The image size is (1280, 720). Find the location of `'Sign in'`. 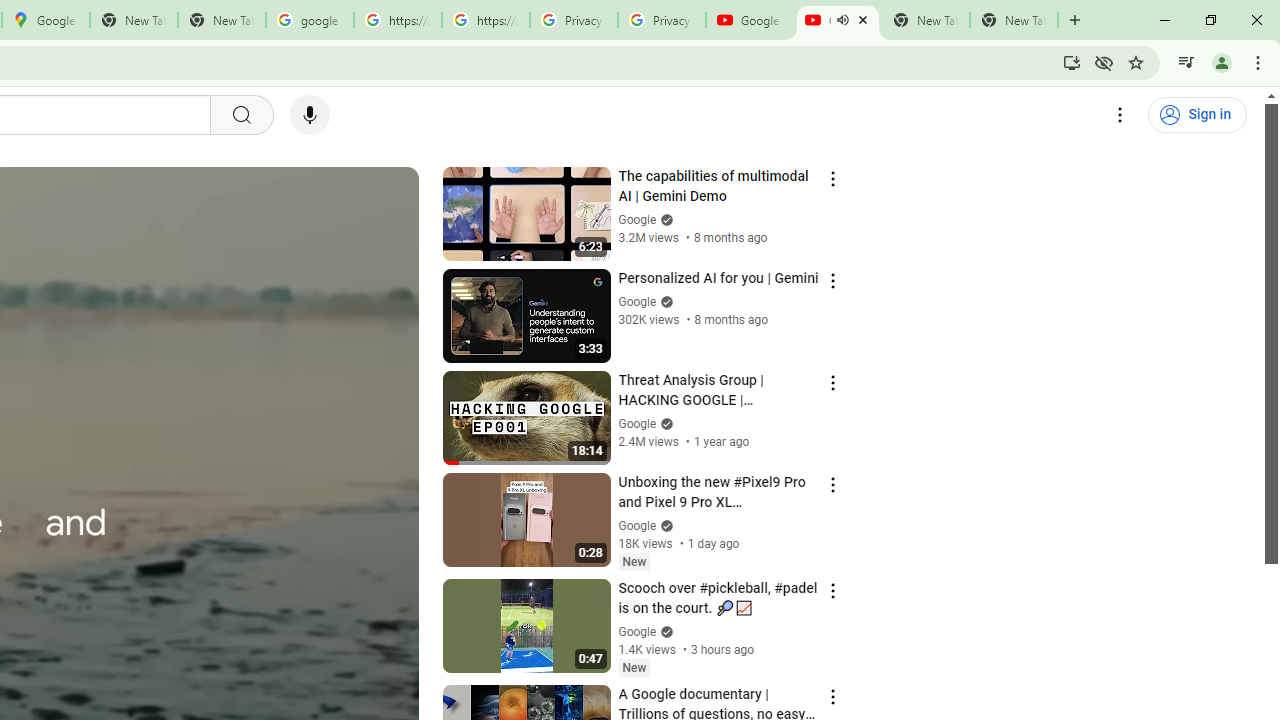

'Sign in' is located at coordinates (1197, 115).